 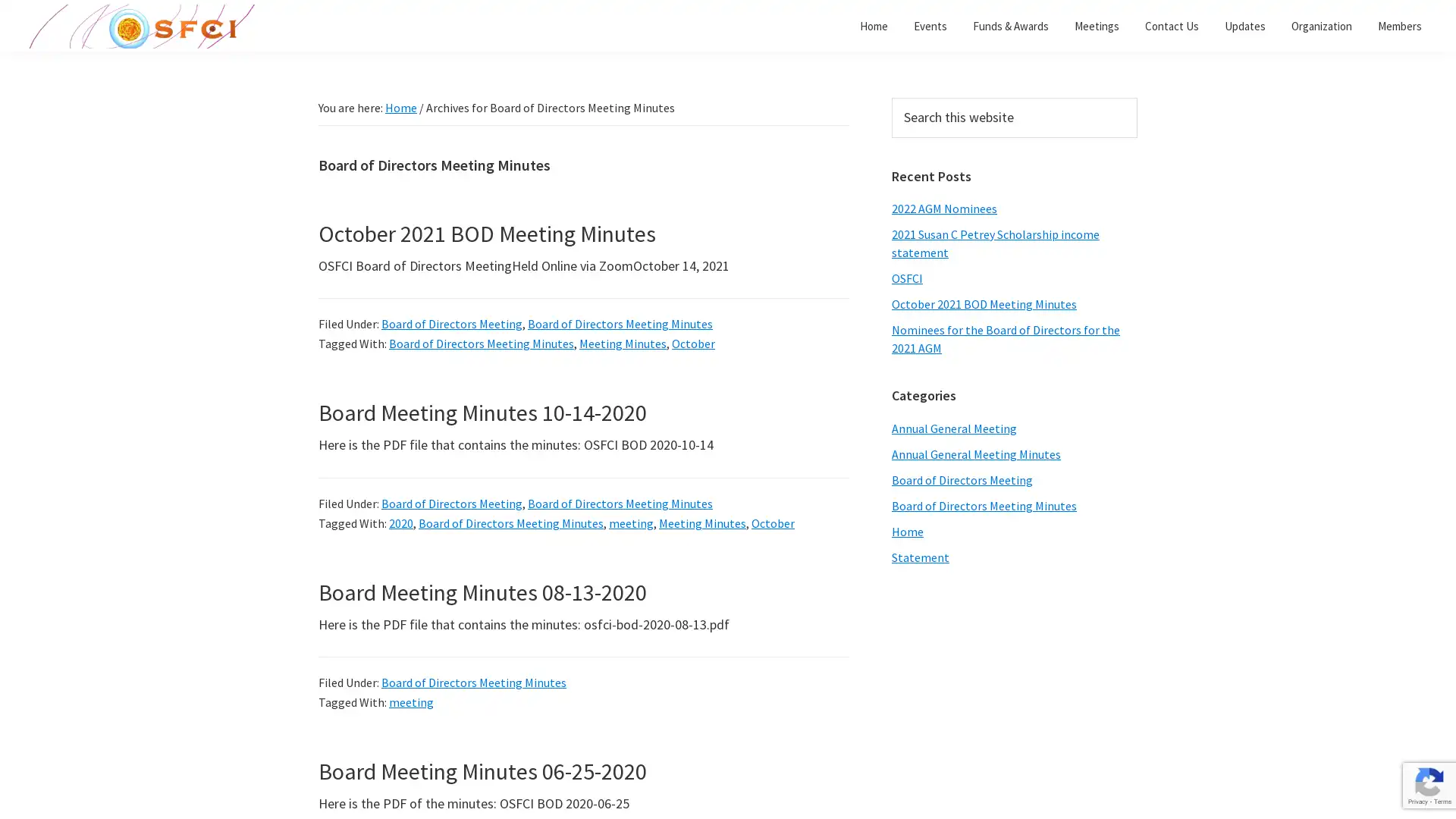 I want to click on Search, so click(x=1137, y=97).